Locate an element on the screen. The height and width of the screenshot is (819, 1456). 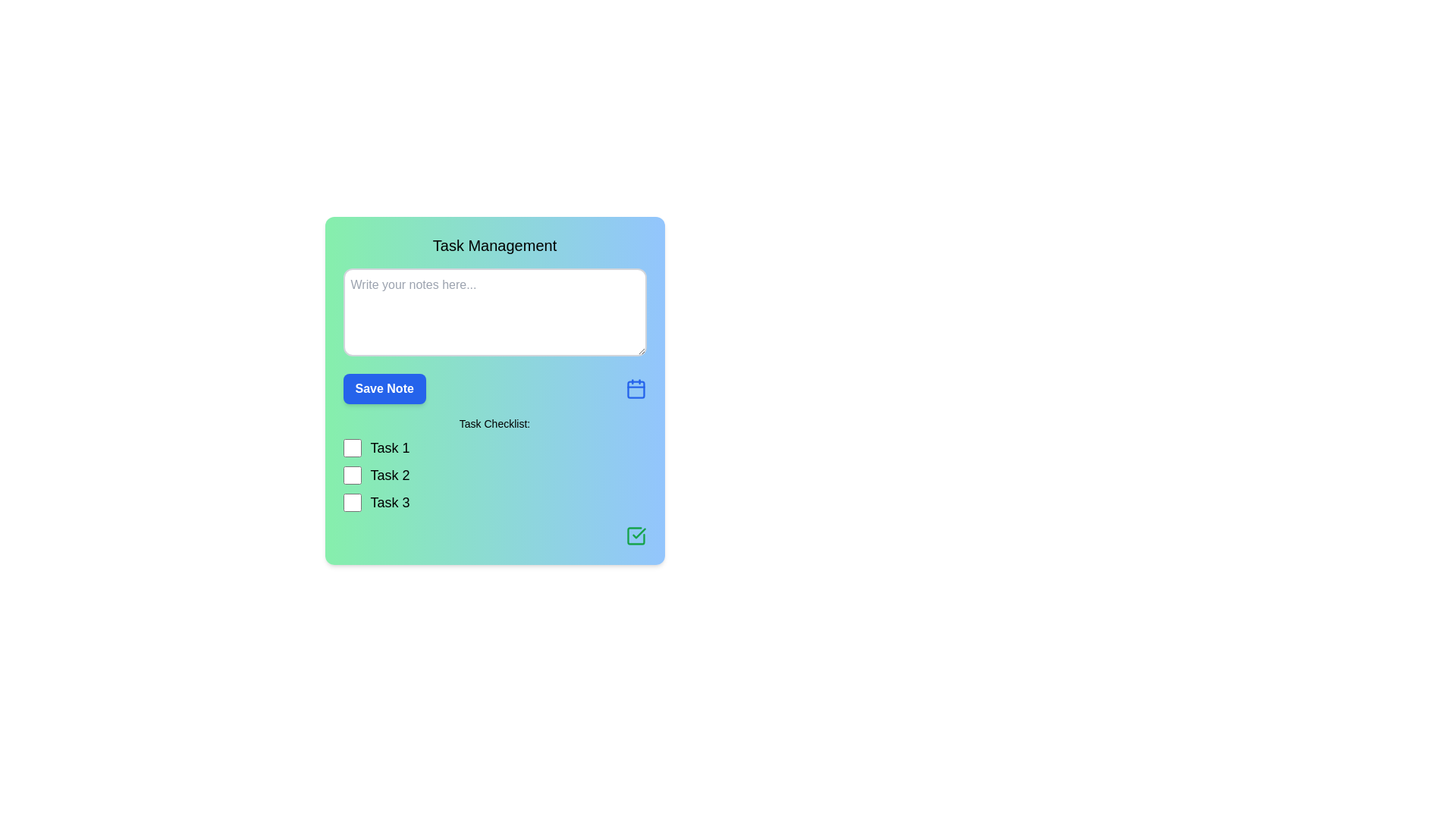
the Text Label that describes the checklist item located directly to the right of the checkbox in the vertically-arranged checklist section is located at coordinates (390, 447).